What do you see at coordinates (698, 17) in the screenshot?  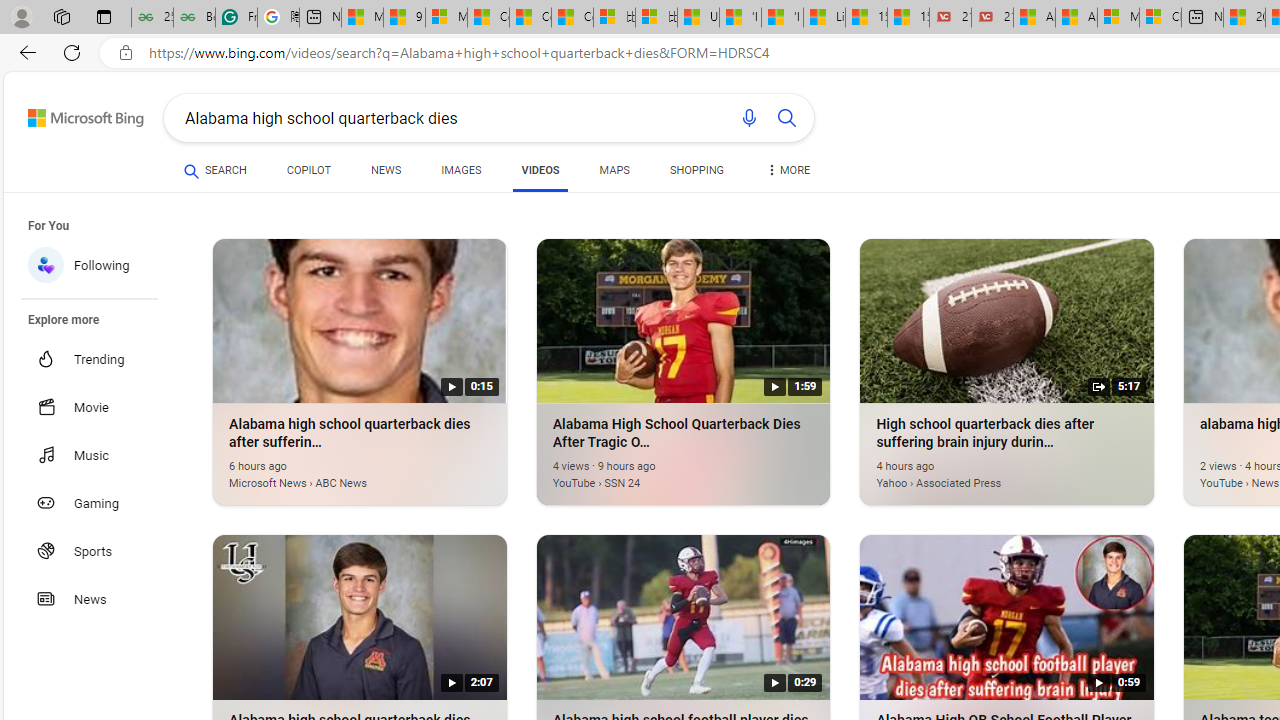 I see `'USA TODAY - MSN'` at bounding box center [698, 17].